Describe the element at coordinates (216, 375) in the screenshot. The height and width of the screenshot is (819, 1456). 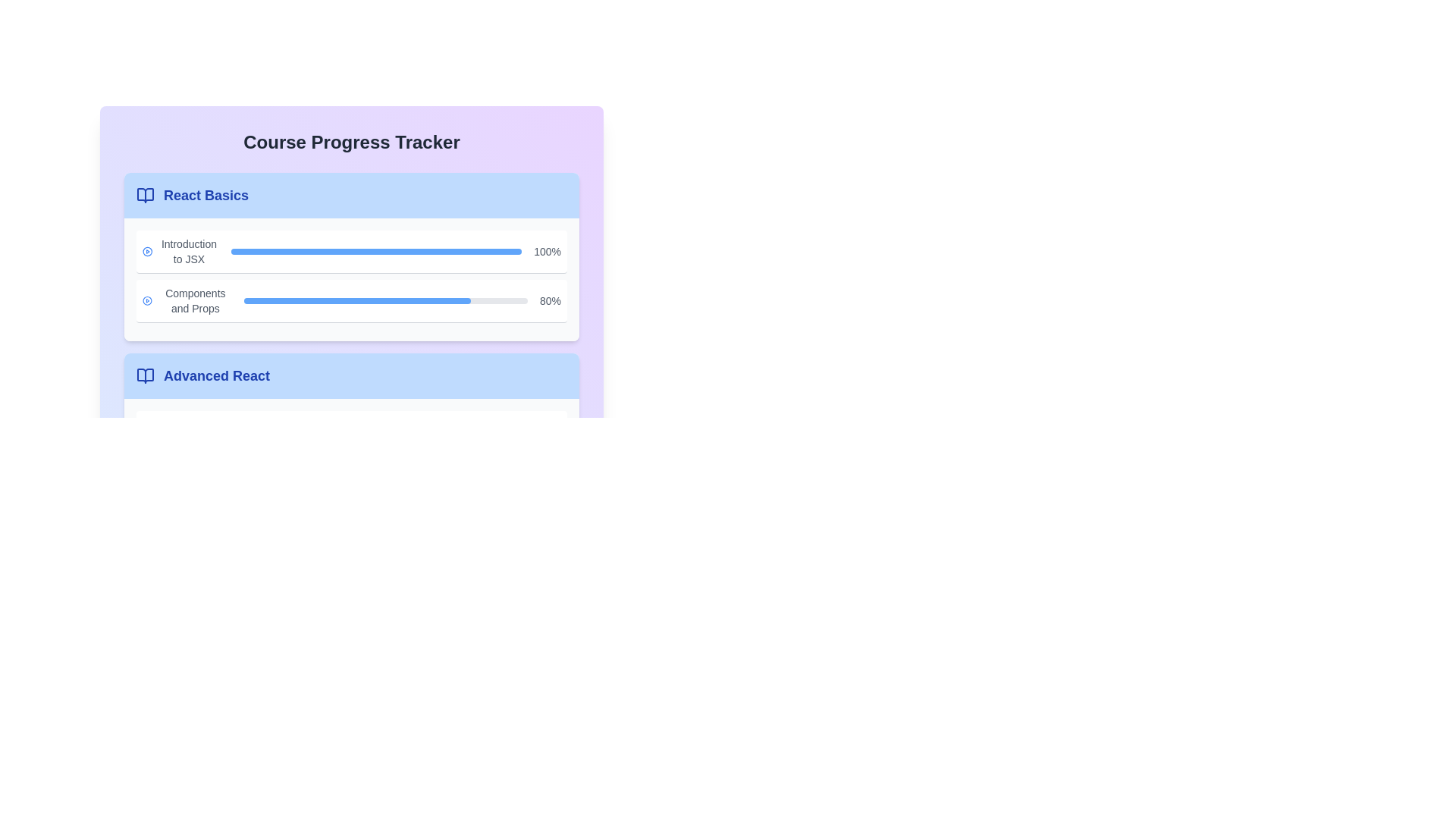
I see `the 'Advanced React' text label, which is a bold, large blue font title for the course module located below the 'React Basics' section and adjacent to a book icon` at that location.